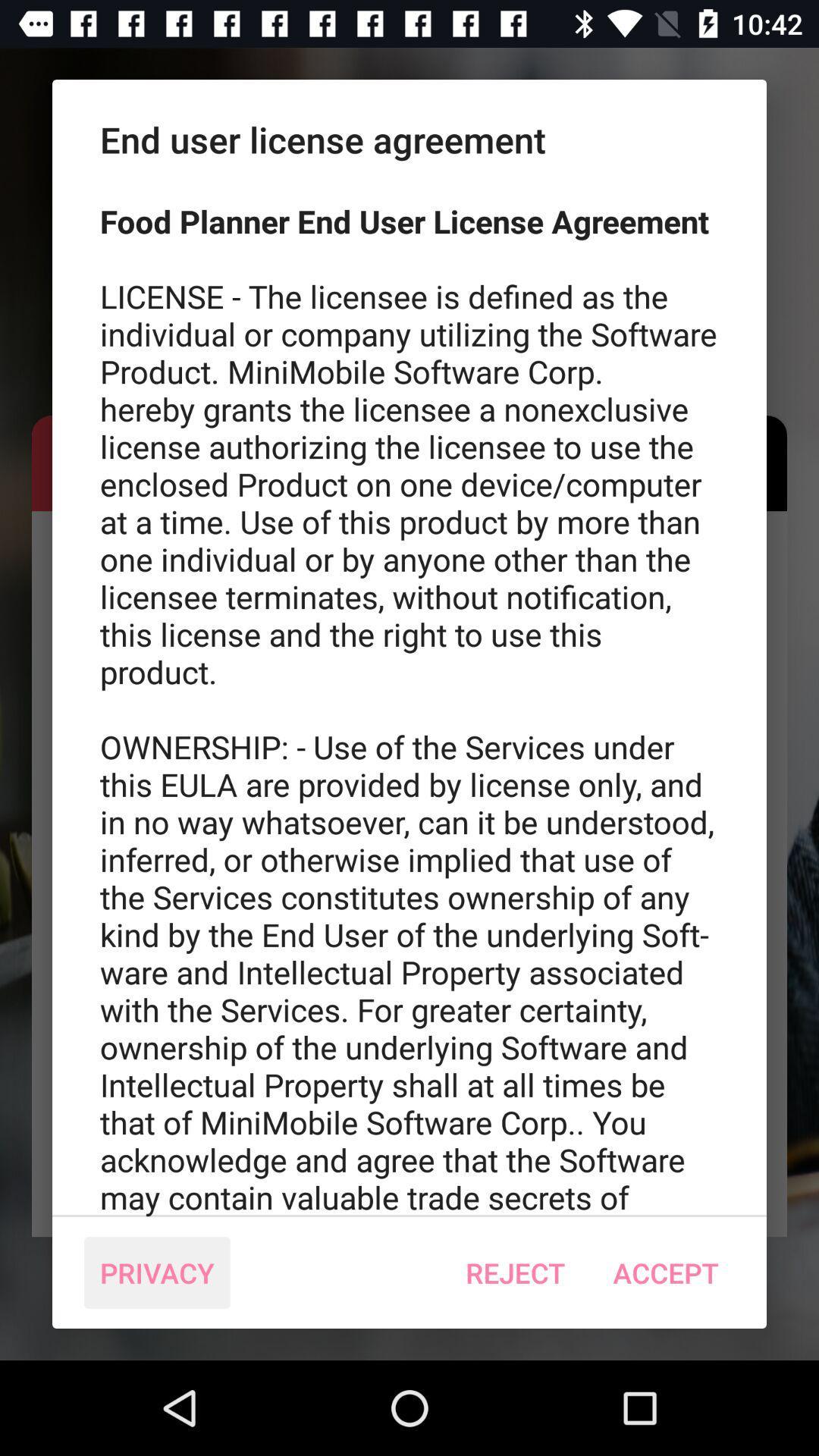 The image size is (819, 1456). I want to click on the icon to the left of reject, so click(157, 1272).